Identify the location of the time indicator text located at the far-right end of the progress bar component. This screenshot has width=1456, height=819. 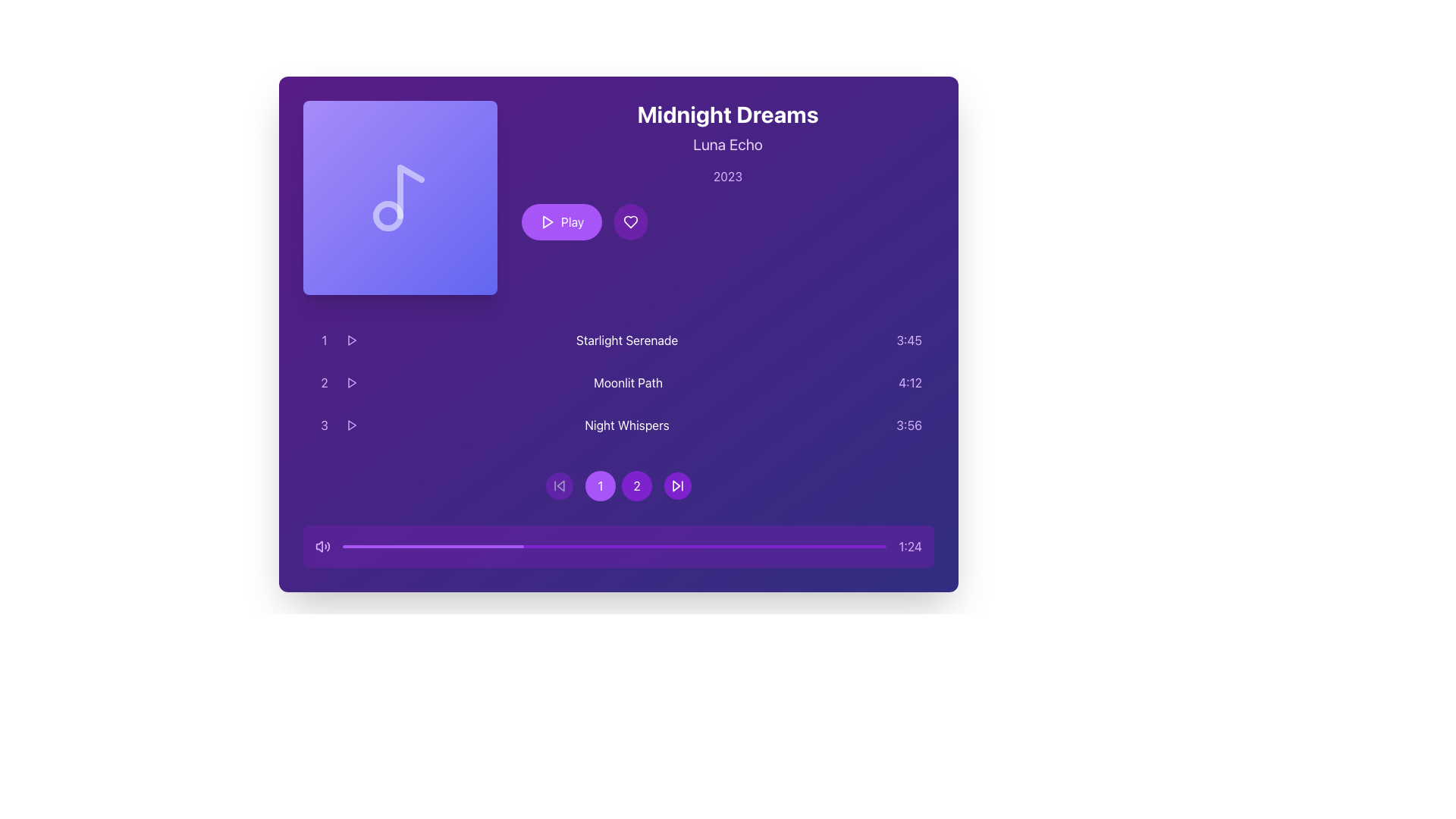
(910, 547).